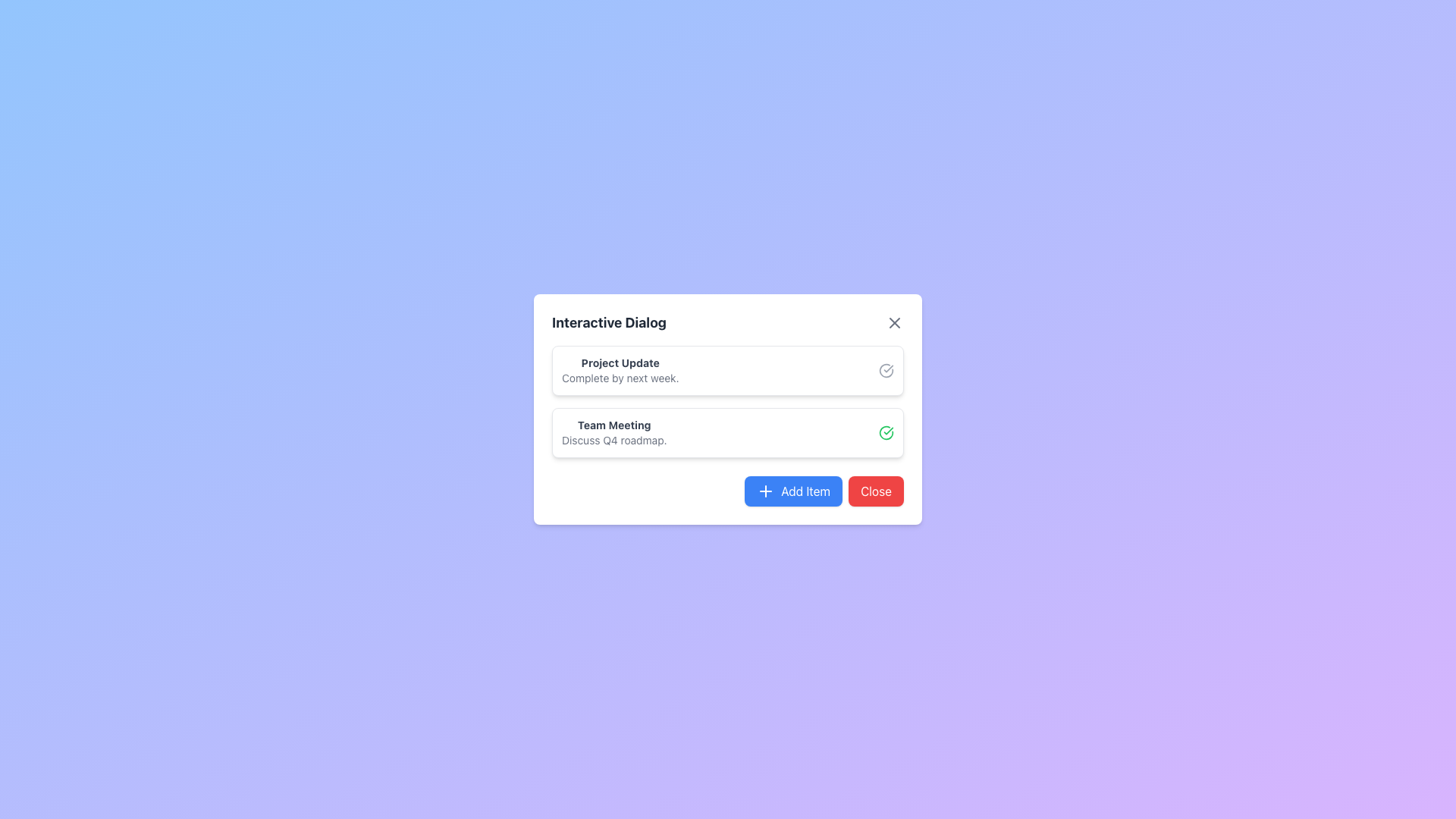  What do you see at coordinates (876, 491) in the screenshot?
I see `the close button located at the bottom right of the dialog box` at bounding box center [876, 491].